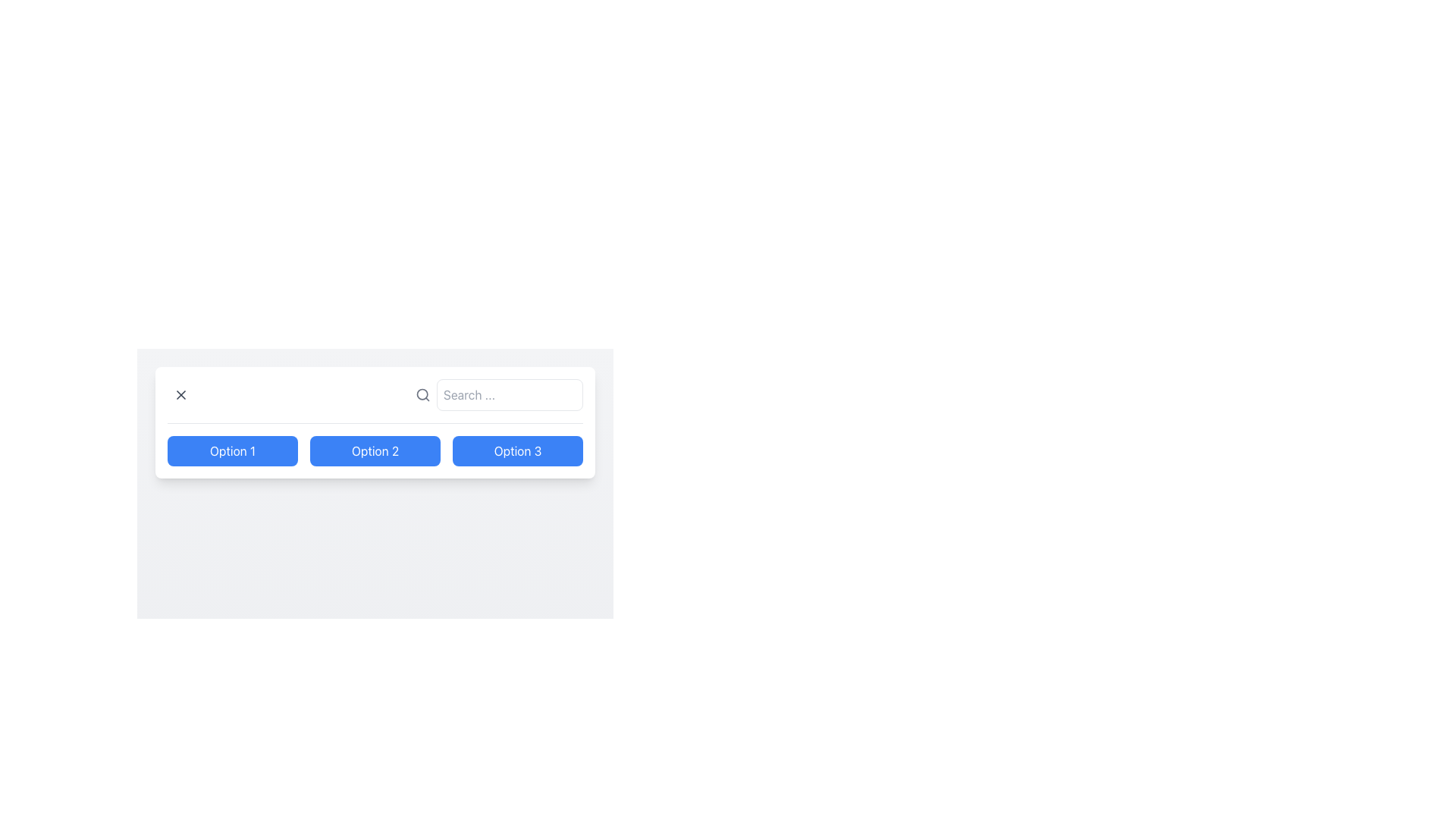 This screenshot has height=819, width=1456. I want to click on the rectangular button with a blue background and white text reading 'Option 1', so click(232, 450).